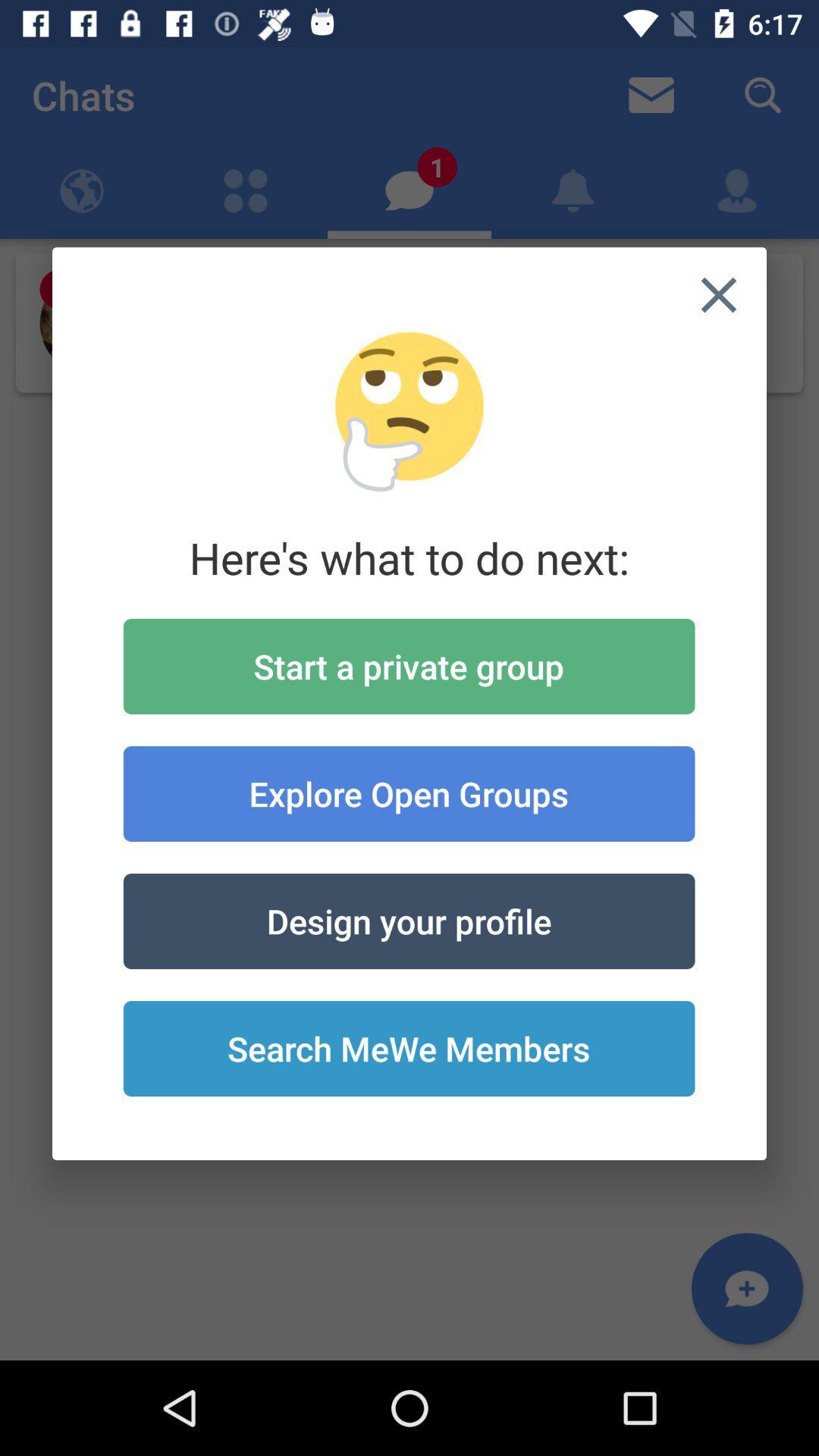  Describe the element at coordinates (408, 666) in the screenshot. I see `item above the explore open groups` at that location.